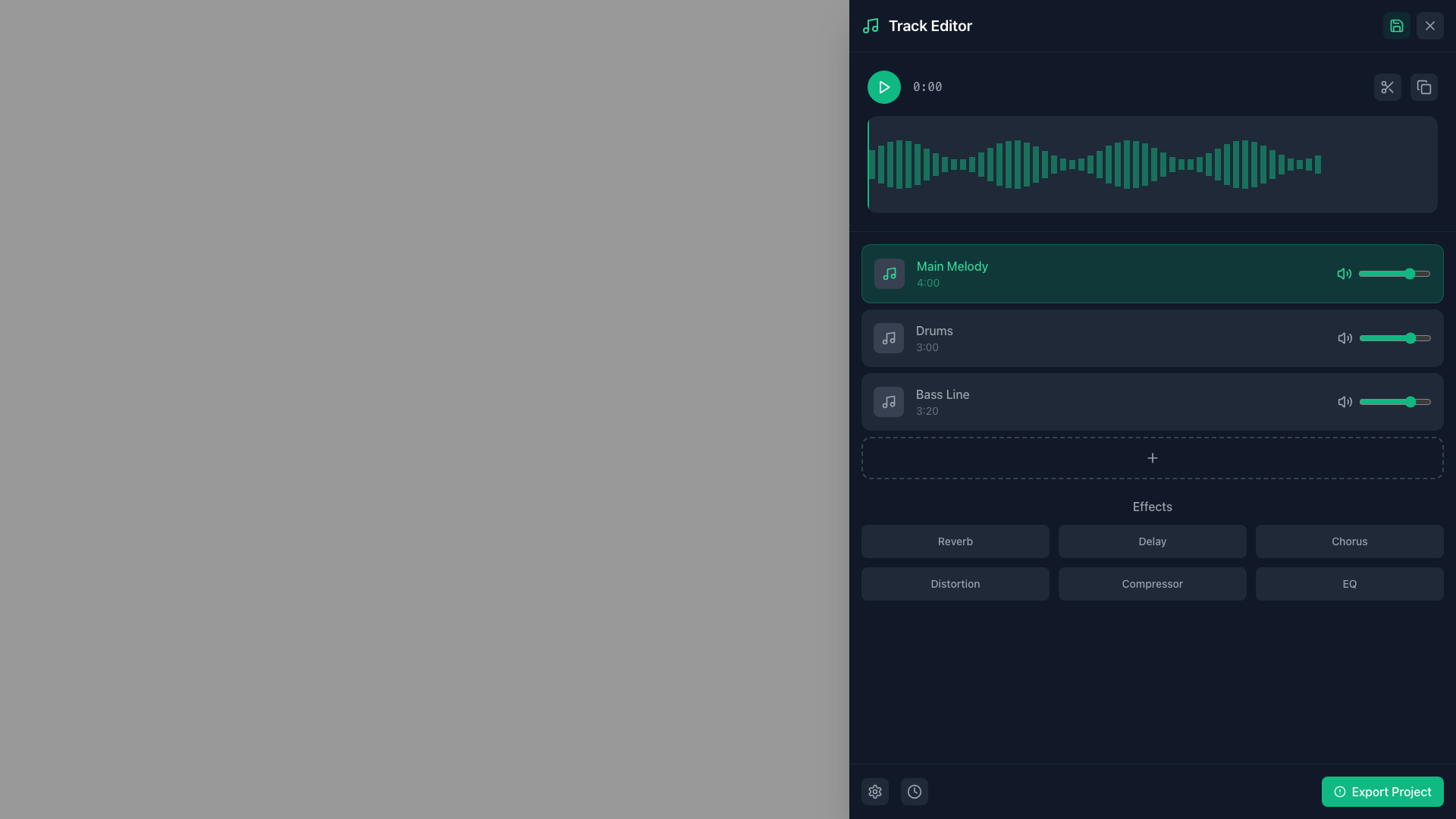  What do you see at coordinates (890, 164) in the screenshot?
I see `the third vertical rectangular bar styled with a semi-transparent emerald green color in the waveform UI, representing the audio signal's amplitude` at bounding box center [890, 164].